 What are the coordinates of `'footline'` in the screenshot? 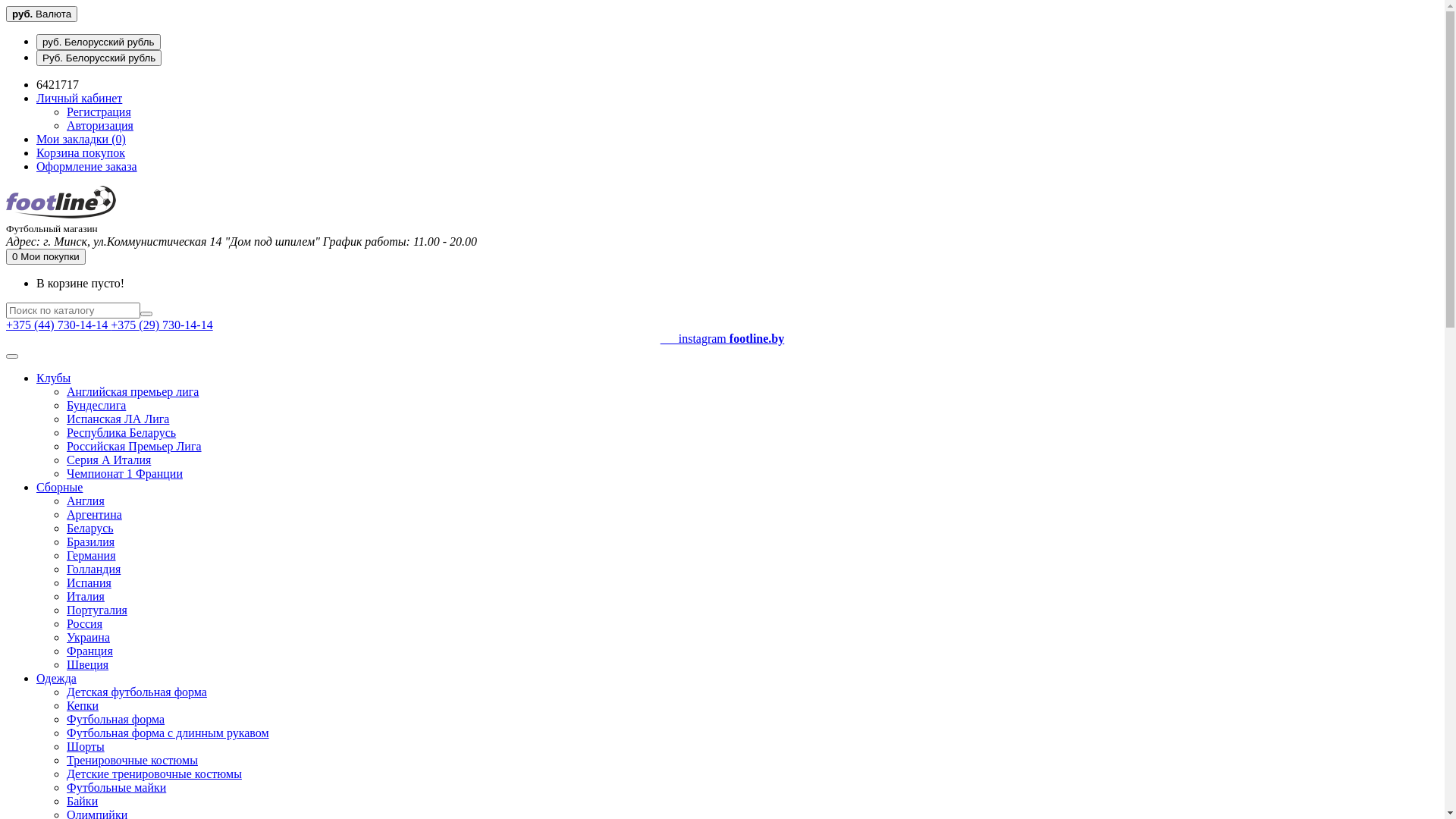 It's located at (61, 201).